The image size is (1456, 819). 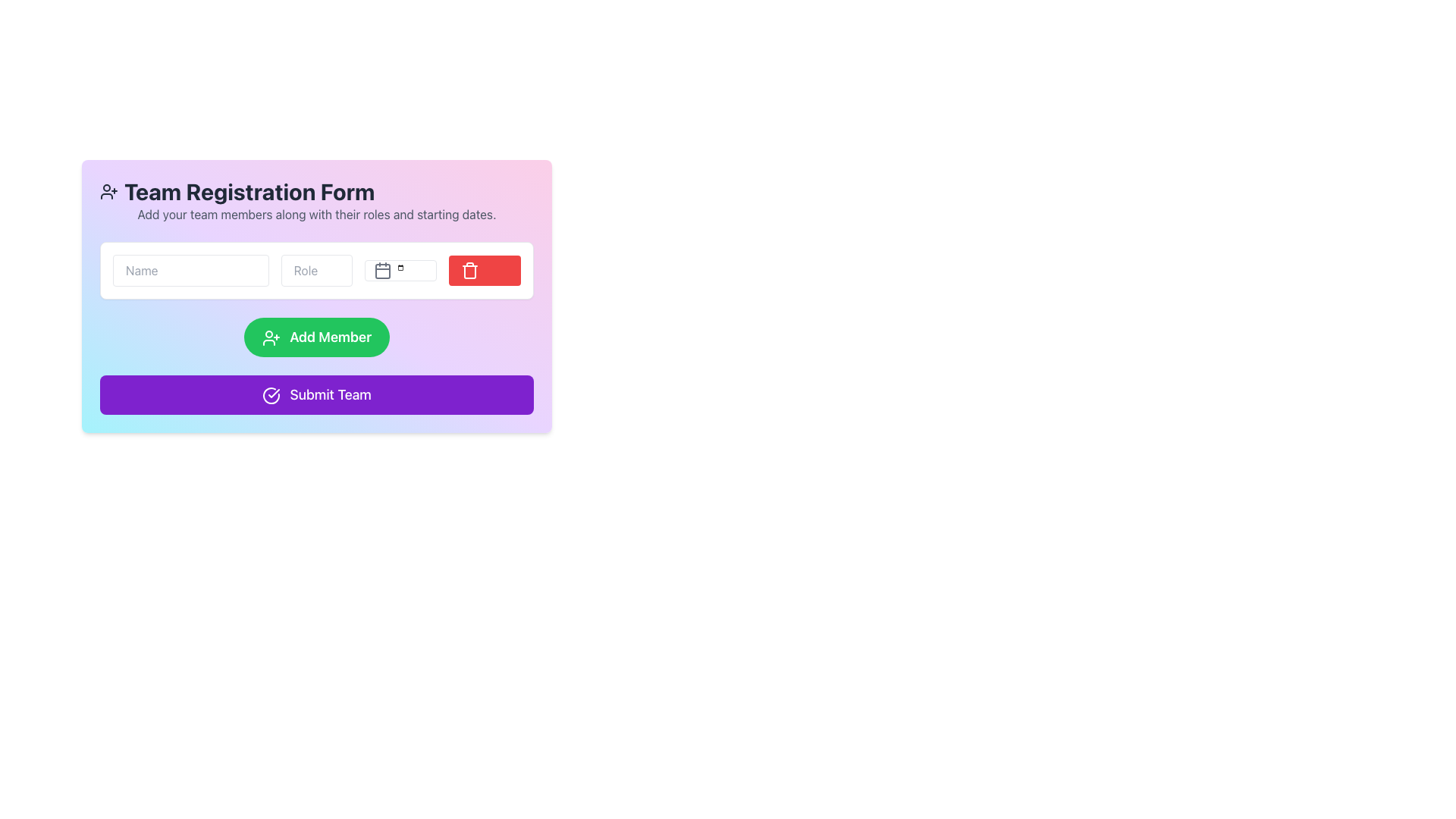 I want to click on the button, so click(x=315, y=327).